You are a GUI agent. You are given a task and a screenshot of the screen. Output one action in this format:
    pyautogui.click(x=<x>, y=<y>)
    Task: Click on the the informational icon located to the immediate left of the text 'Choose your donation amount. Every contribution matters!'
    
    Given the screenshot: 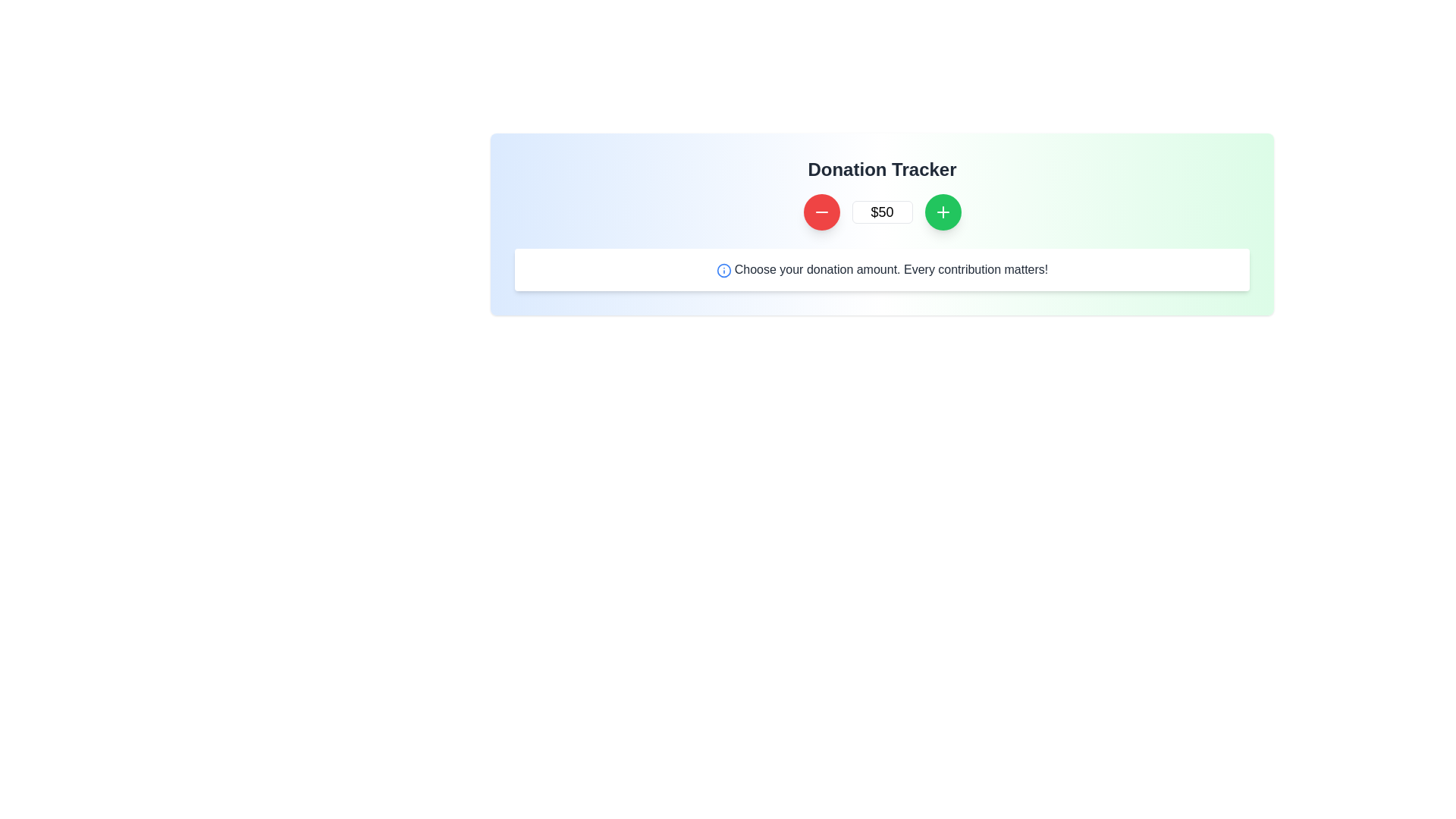 What is the action you would take?
    pyautogui.click(x=723, y=269)
    